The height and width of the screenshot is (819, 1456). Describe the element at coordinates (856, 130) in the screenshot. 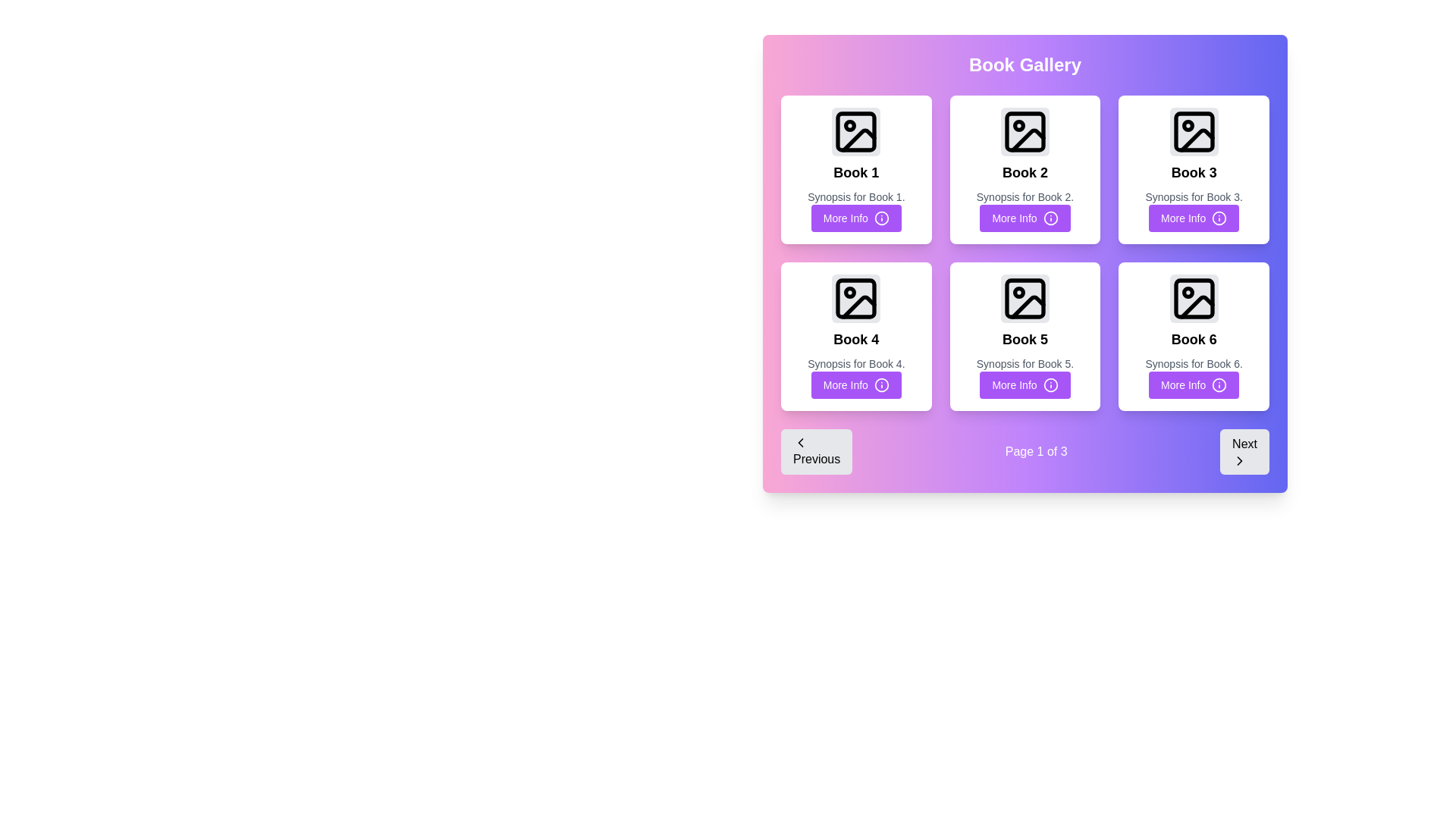

I see `the rounded square graphical decoration element that is part of the 'Book 1' thumbnail icon in the gallery` at that location.